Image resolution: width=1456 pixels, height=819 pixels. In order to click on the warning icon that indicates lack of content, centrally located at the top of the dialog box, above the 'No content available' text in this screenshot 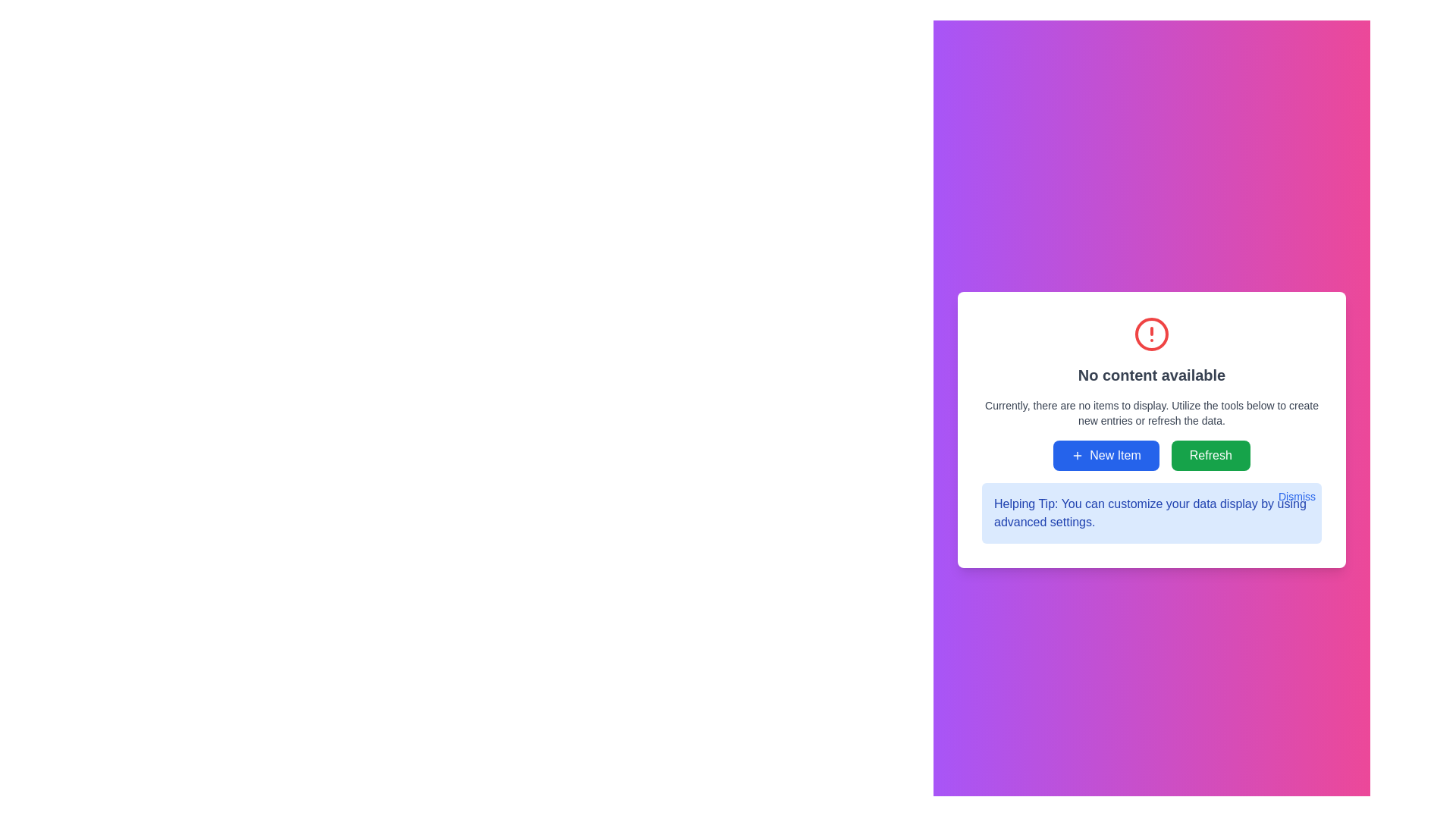, I will do `click(1151, 333)`.